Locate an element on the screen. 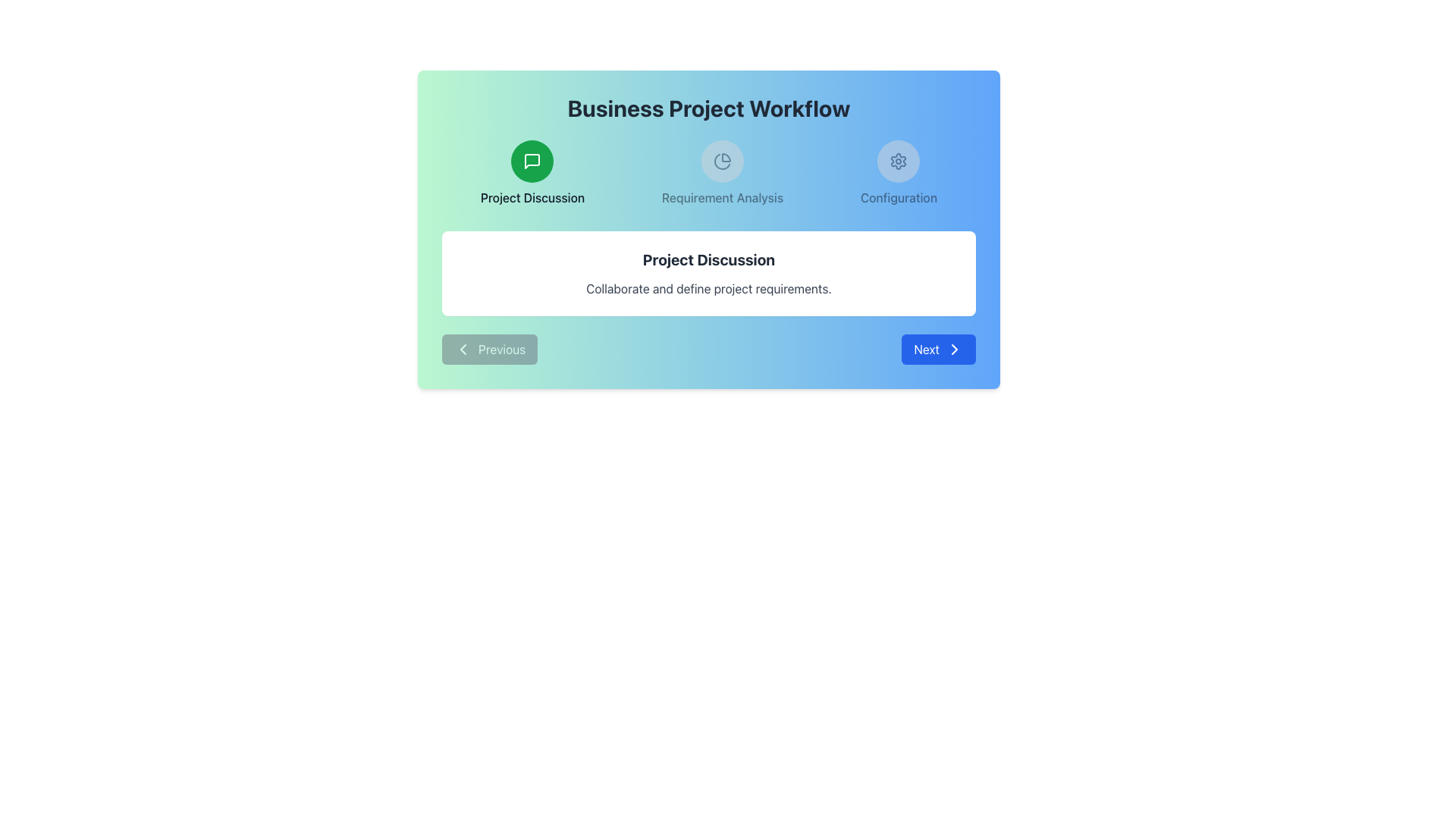 Image resolution: width=1456 pixels, height=819 pixels. the Static Text Label that contains the text 'Collaborate and define project requirements.' which is styled in gray, semi-bold font and located beneath the heading 'Project Discussion.' is located at coordinates (708, 289).